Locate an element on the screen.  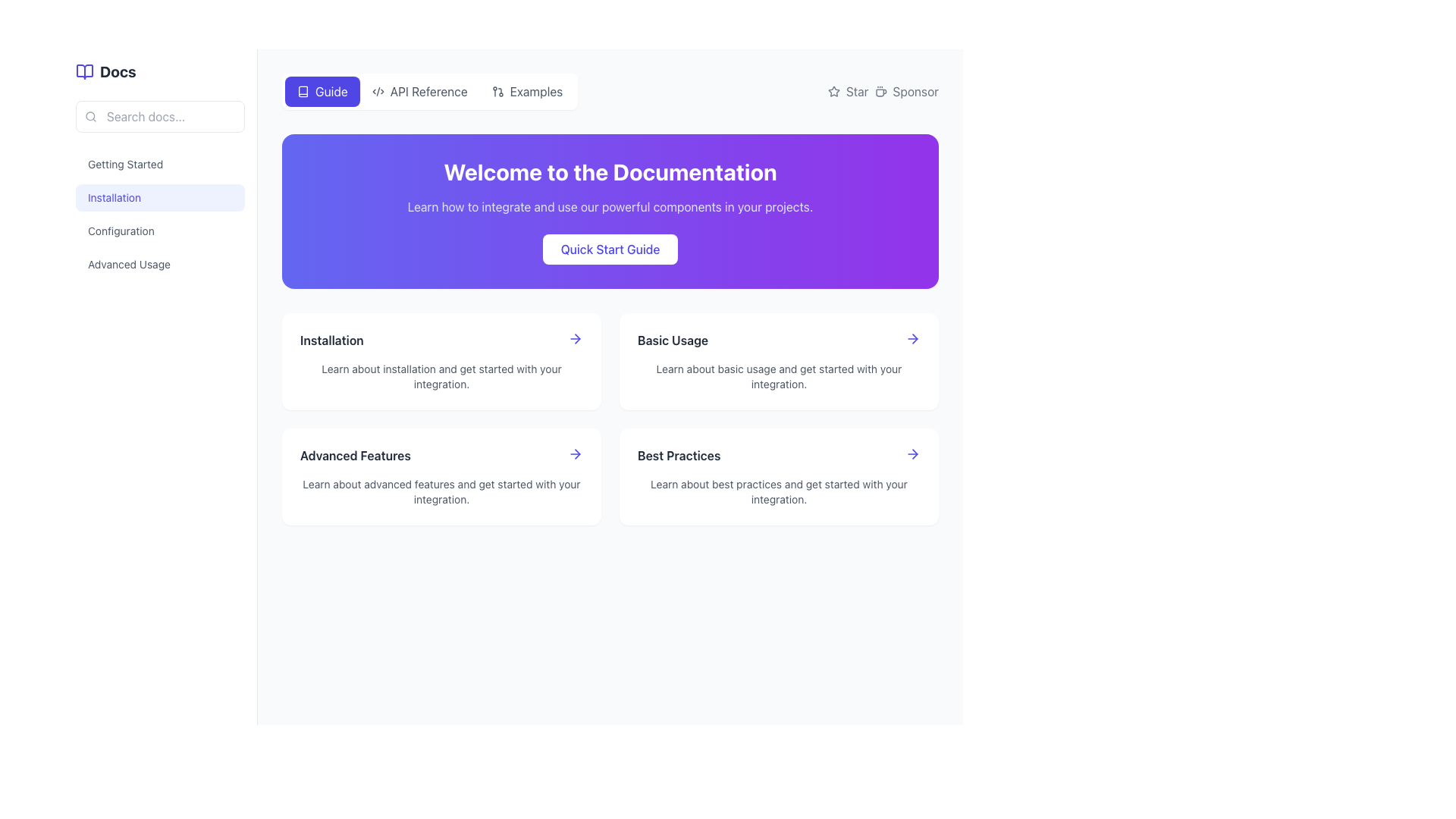
the open book icon, which is indigo in color and located to the left of the 'Docs' text label in the top-left area of the interface is located at coordinates (83, 72).